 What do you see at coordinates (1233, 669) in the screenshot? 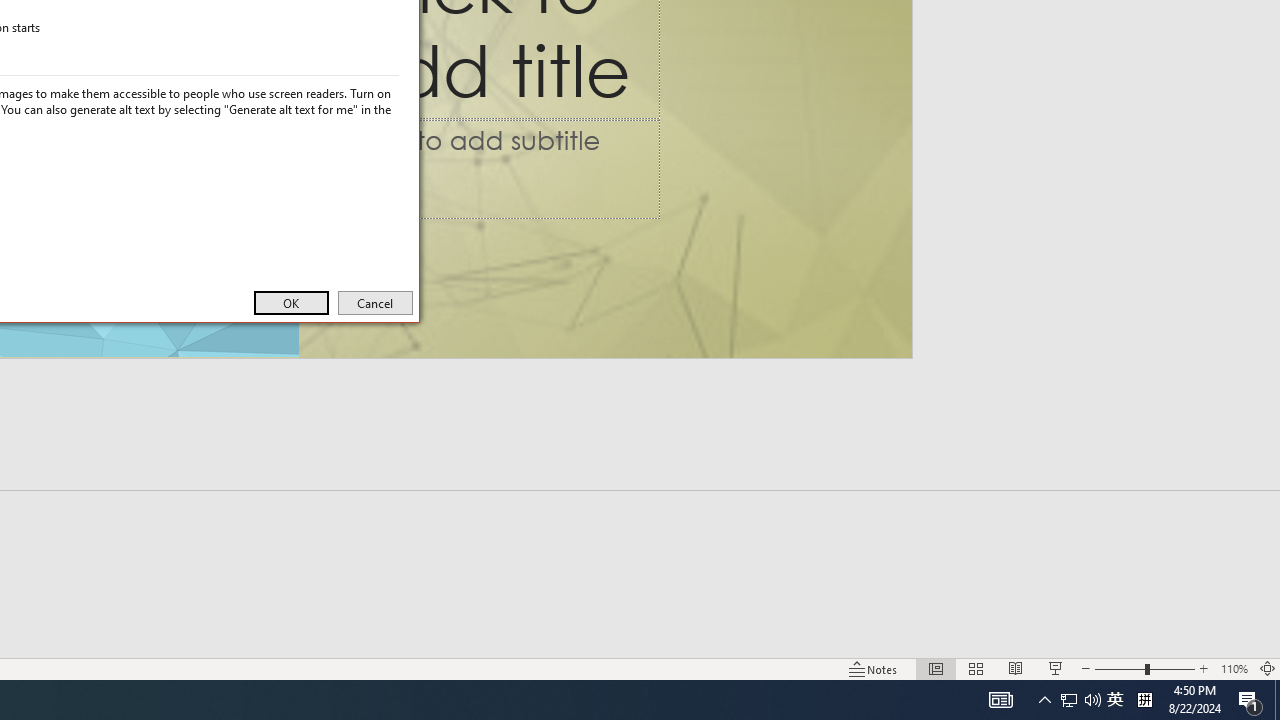
I see `'Zoom 110%'` at bounding box center [1233, 669].